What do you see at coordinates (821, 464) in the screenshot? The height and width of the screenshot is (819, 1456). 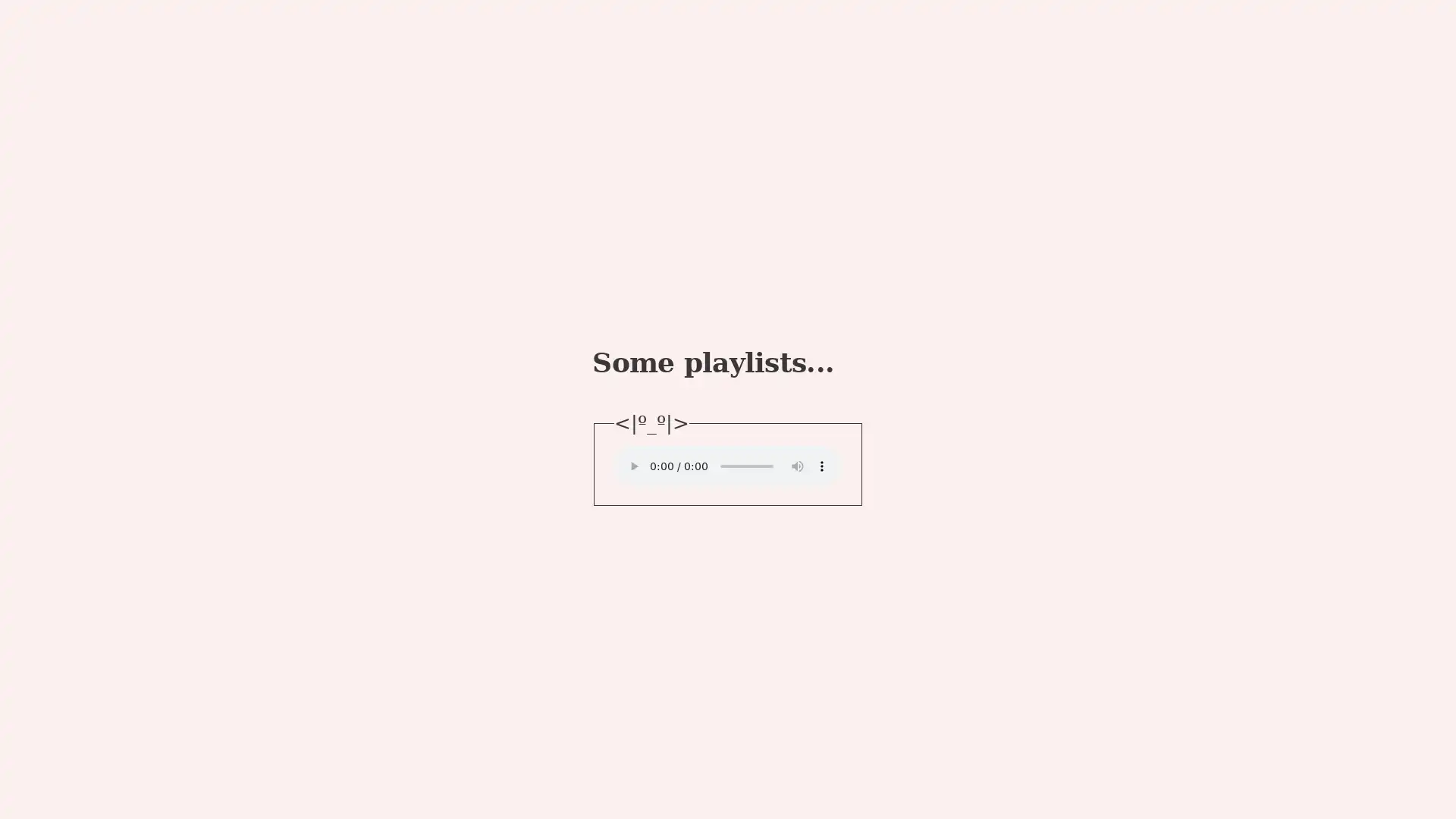 I see `show more media controls` at bounding box center [821, 464].